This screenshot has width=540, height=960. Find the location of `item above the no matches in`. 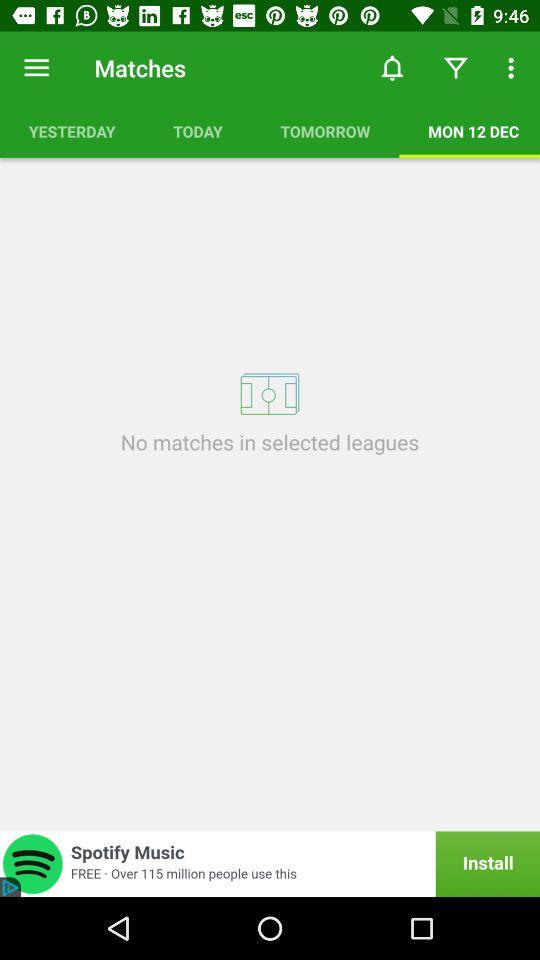

item above the no matches in is located at coordinates (270, 393).